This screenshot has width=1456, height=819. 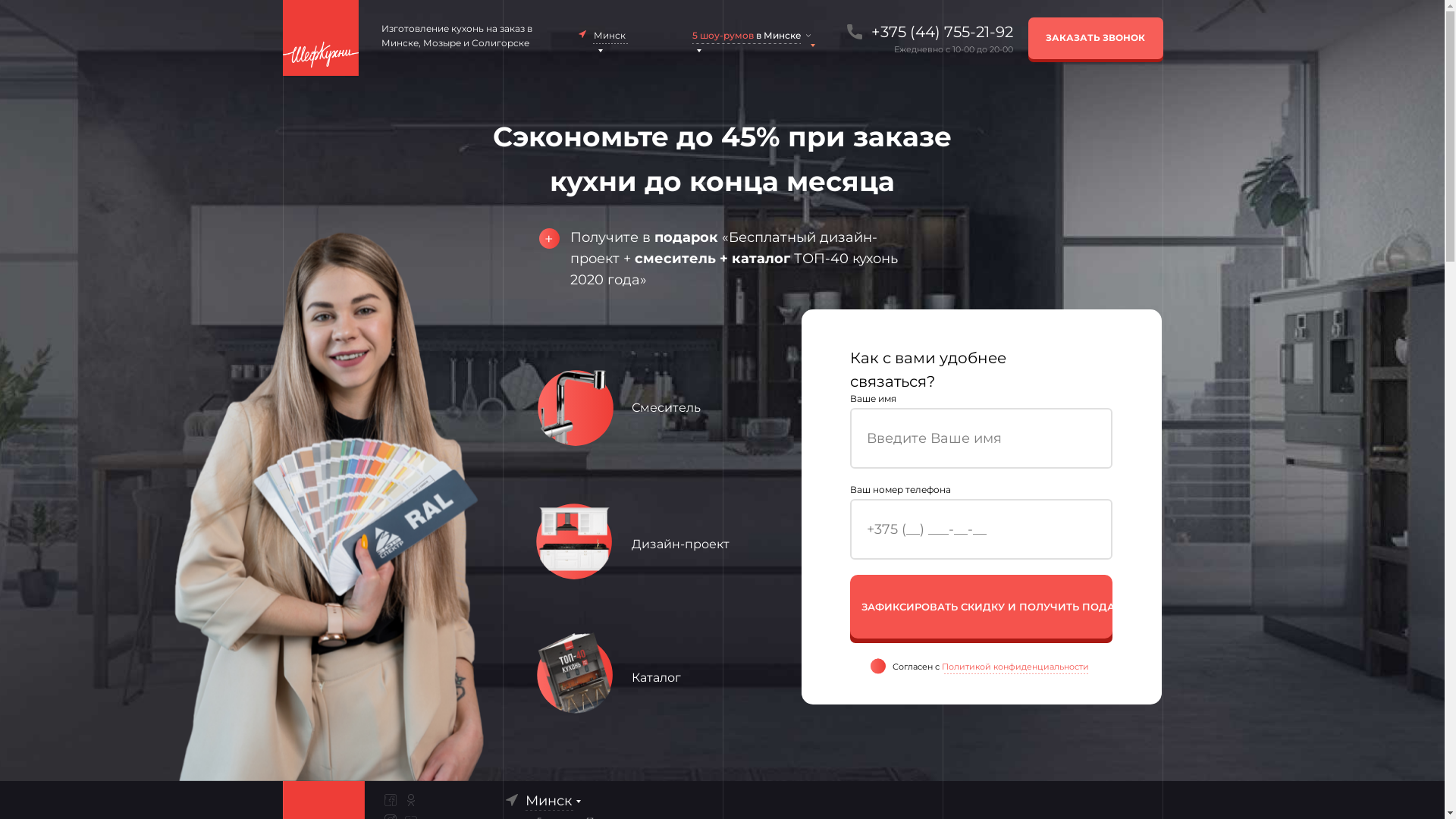 I want to click on '+375 (44) 755-21-92', so click(x=861, y=32).